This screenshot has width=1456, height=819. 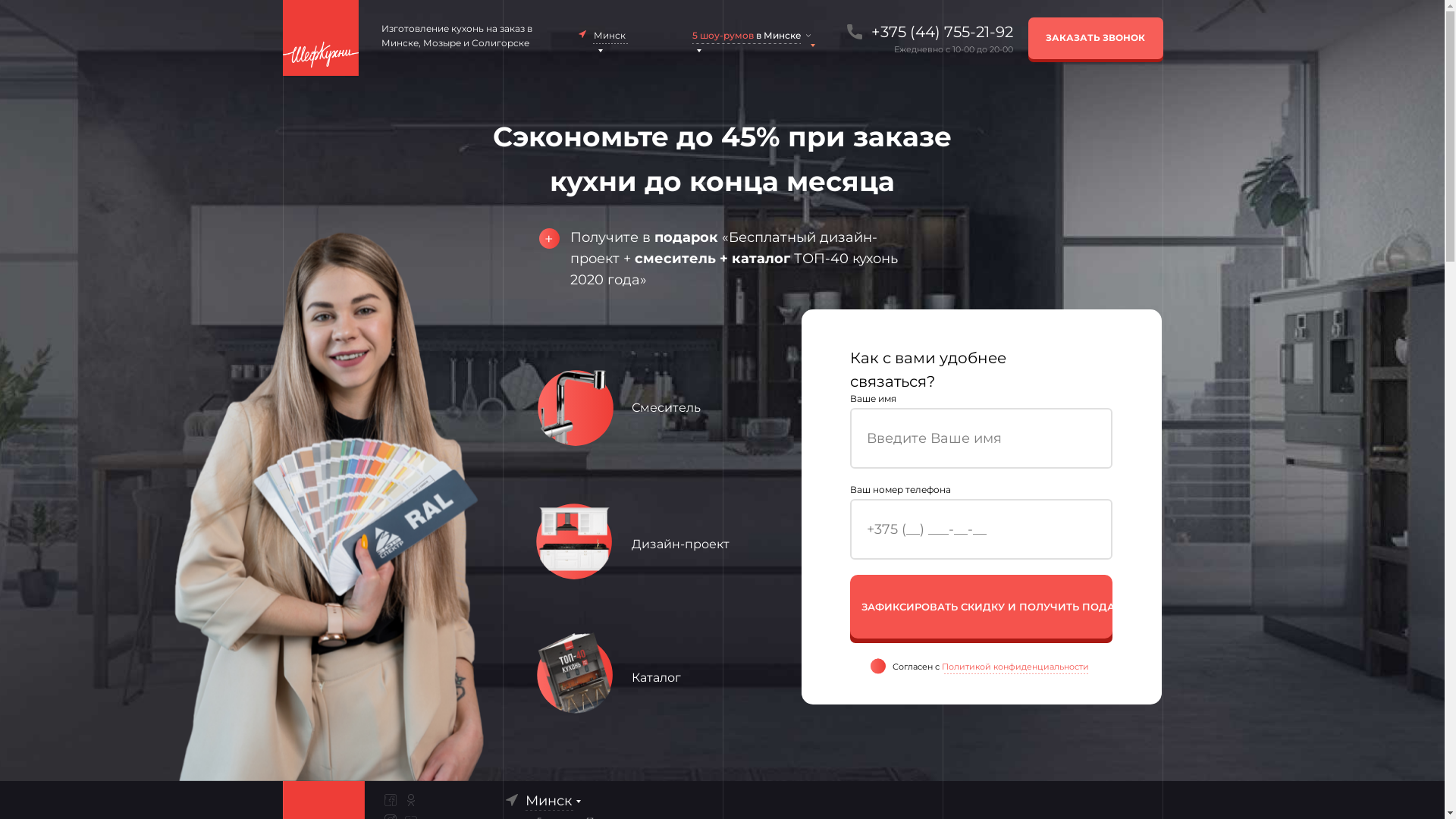 I want to click on '+375 (44) 755-21-92', so click(x=861, y=32).